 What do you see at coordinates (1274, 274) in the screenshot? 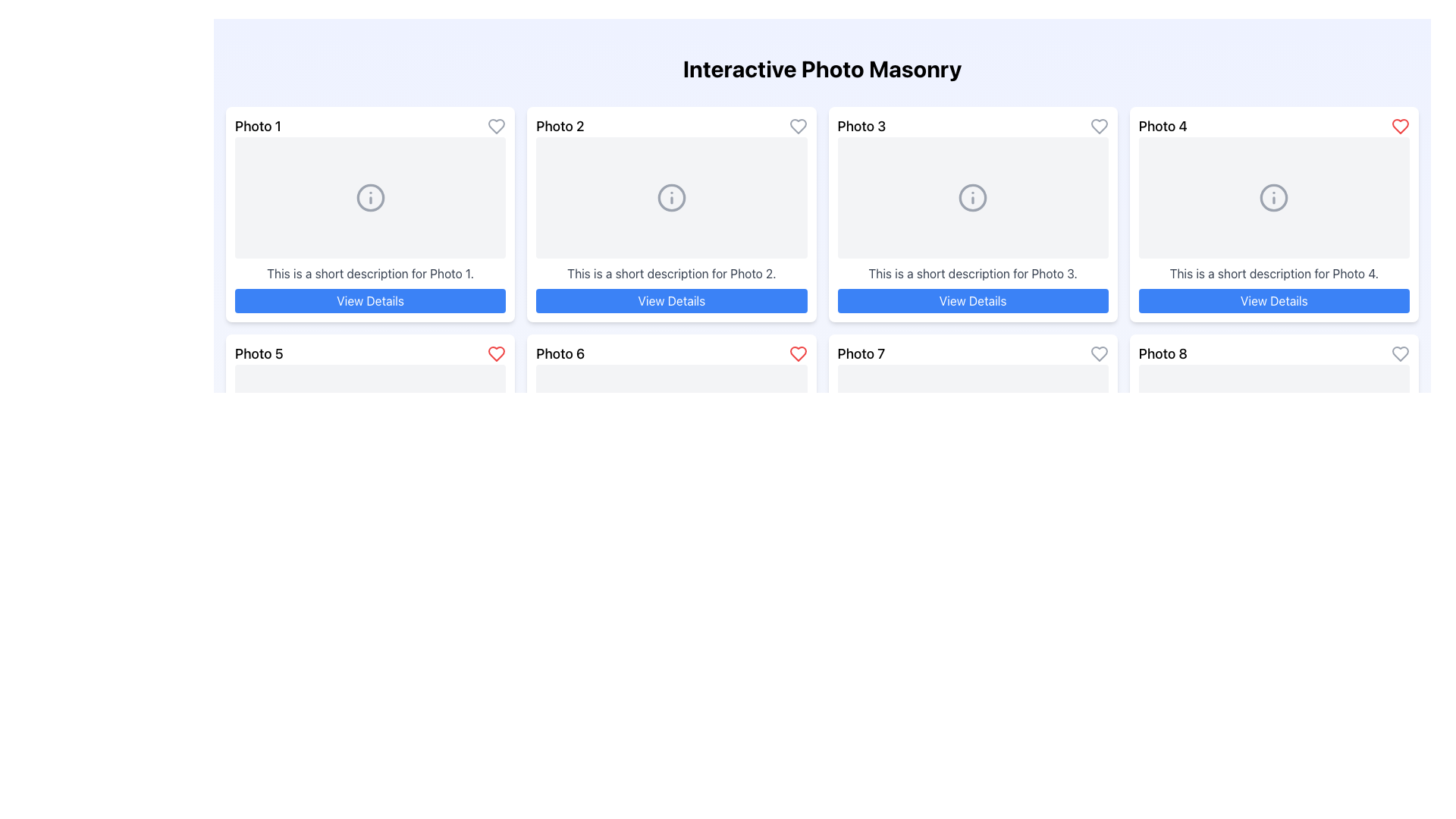
I see `the static text label providing a description related to 'Photo 4', located below the image display area and above the 'View Details' button` at bounding box center [1274, 274].